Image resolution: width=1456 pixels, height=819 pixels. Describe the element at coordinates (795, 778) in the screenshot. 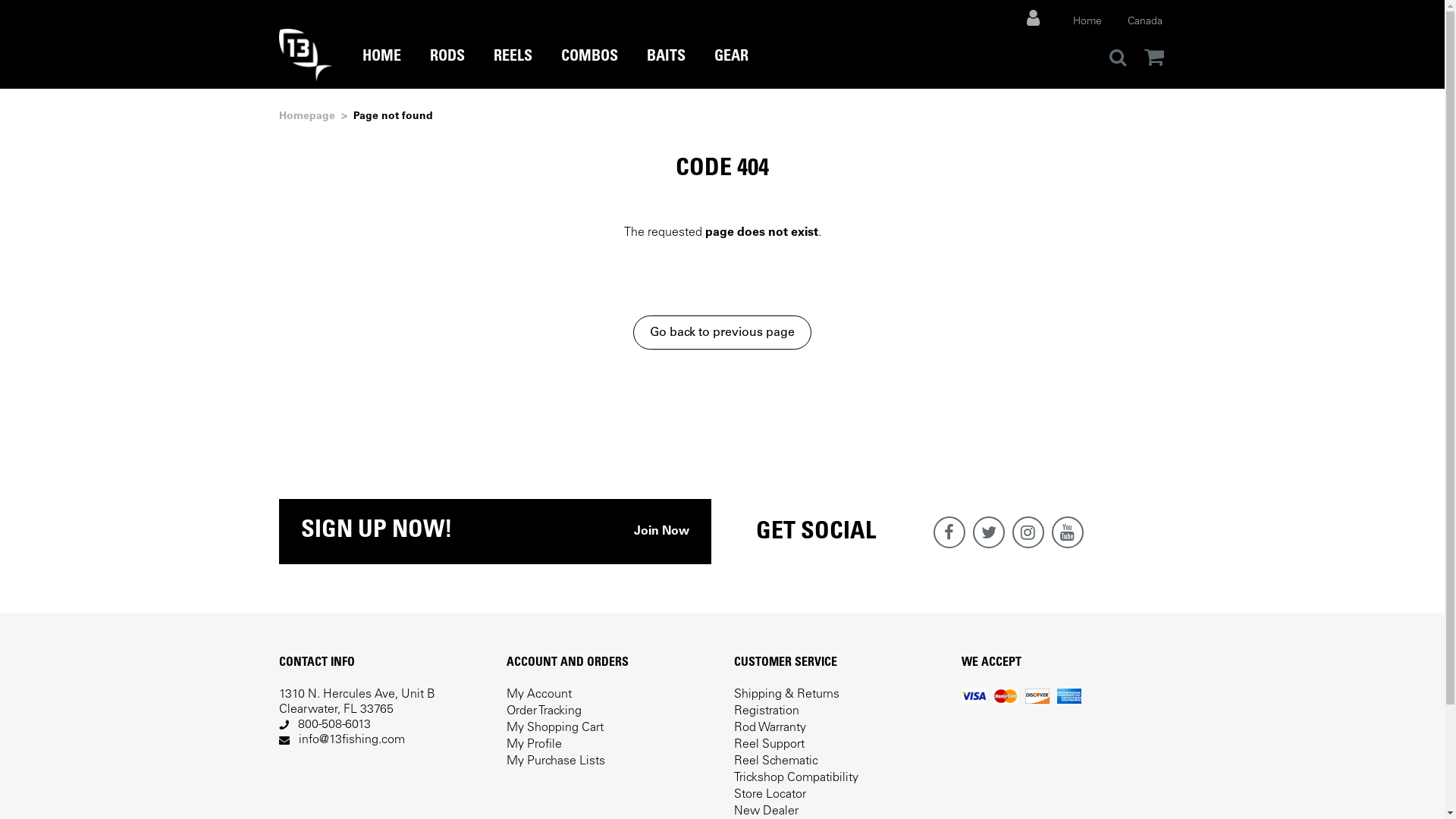

I see `'Trickshop Compatibility'` at that location.